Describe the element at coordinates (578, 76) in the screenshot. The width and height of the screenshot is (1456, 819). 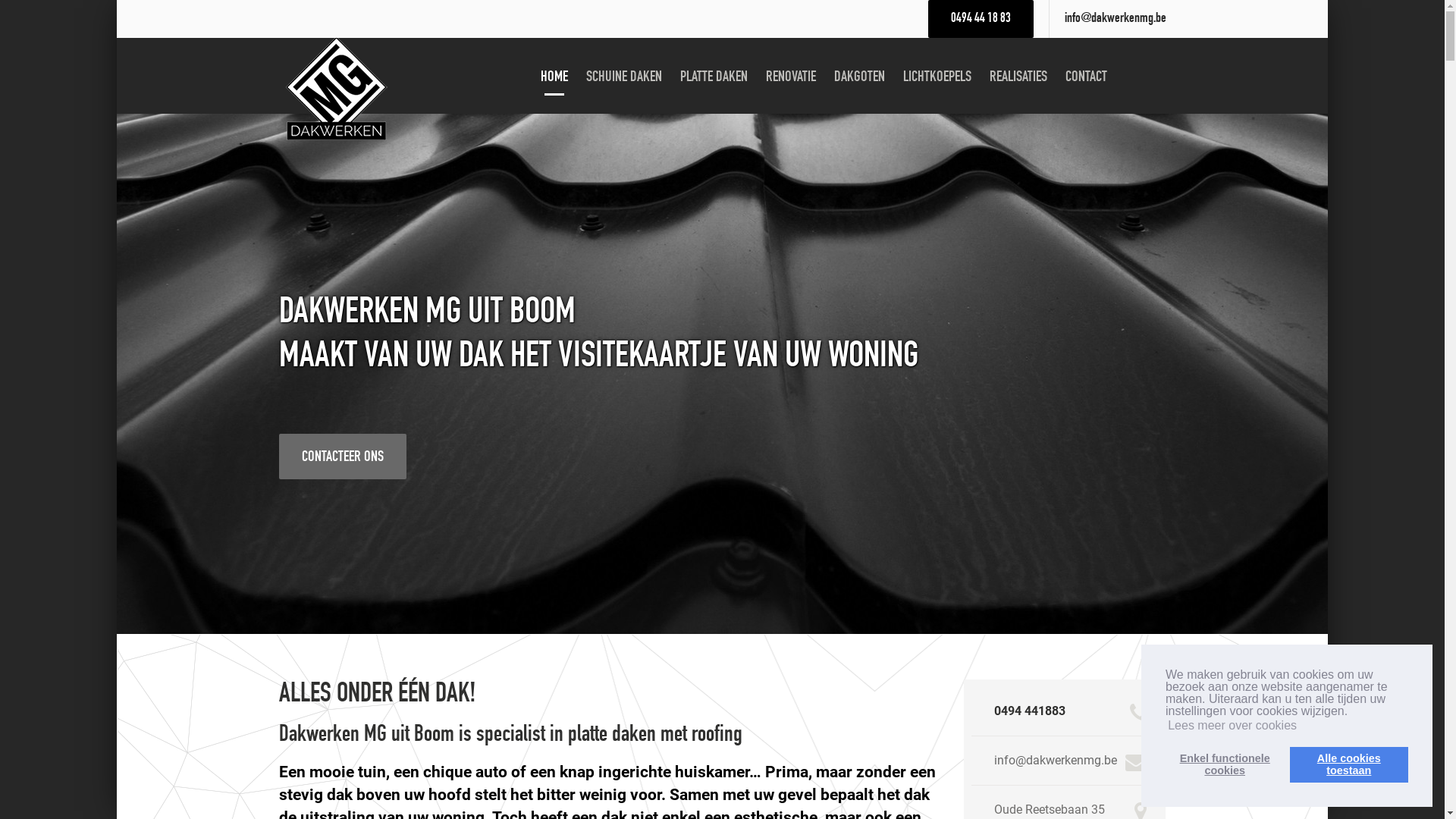
I see `'SCHUINE DAKEN'` at that location.